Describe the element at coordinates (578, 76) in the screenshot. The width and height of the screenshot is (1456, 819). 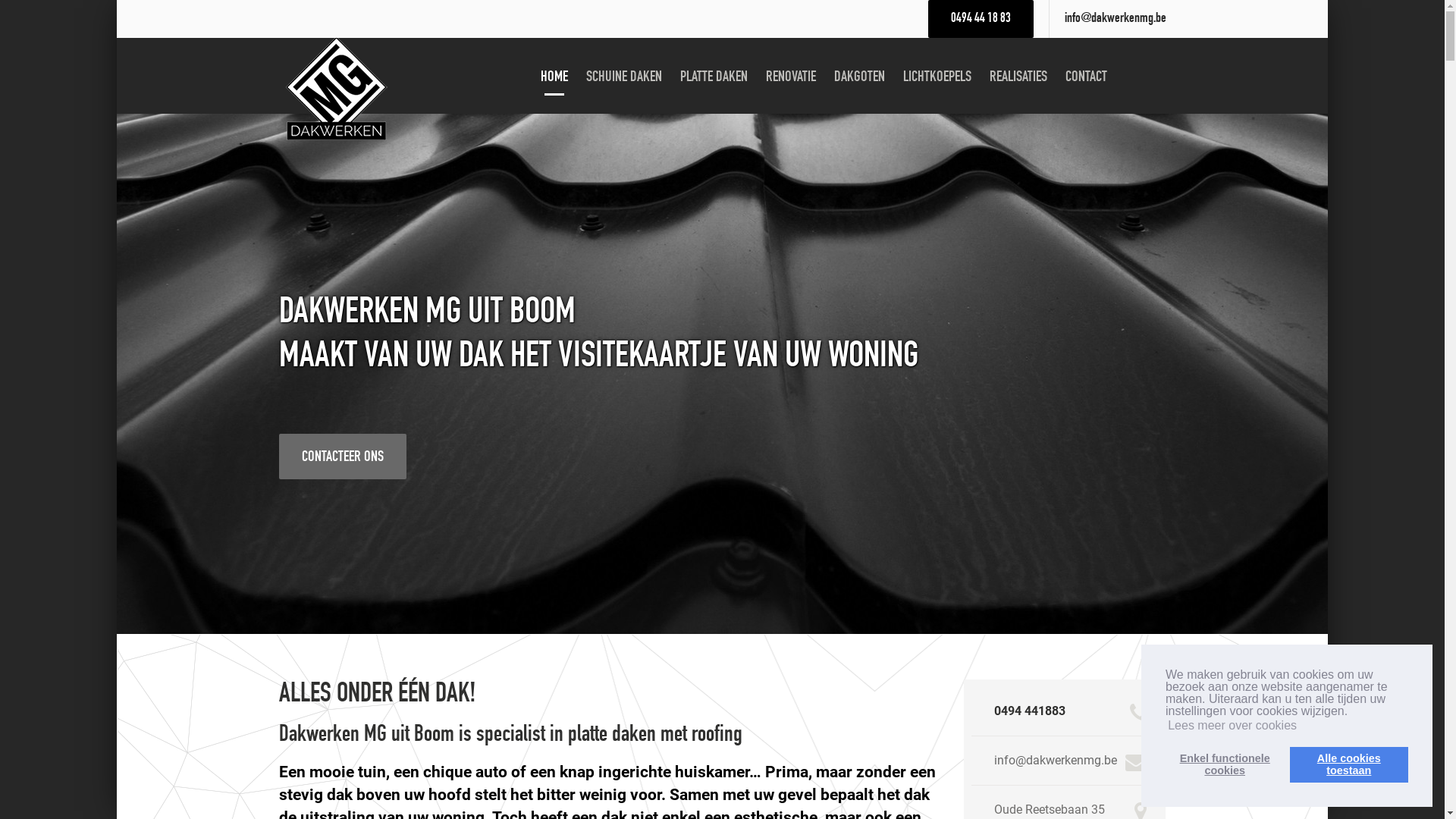
I see `'SCHUINE DAKEN'` at that location.